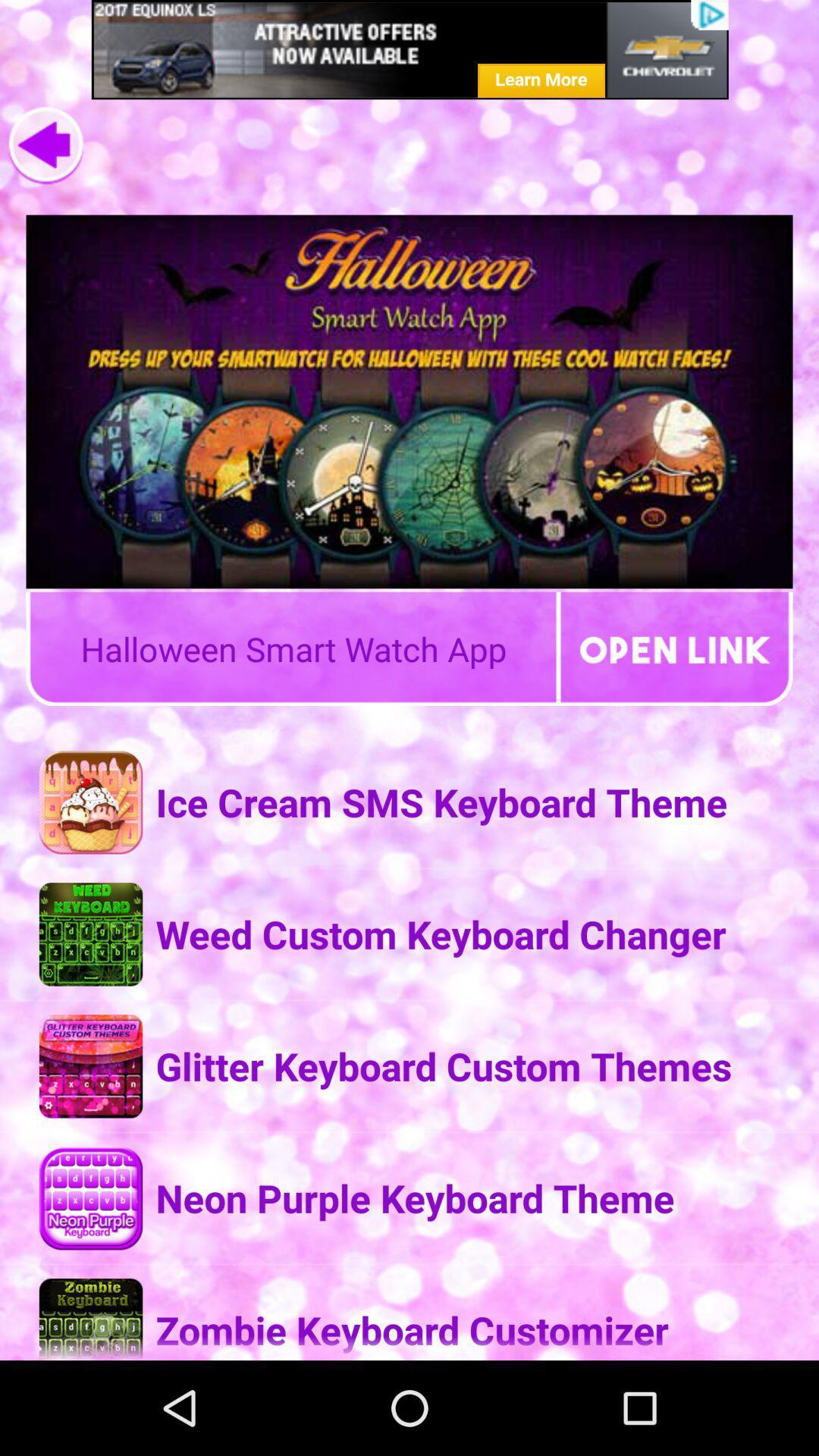 Image resolution: width=819 pixels, height=1456 pixels. Describe the element at coordinates (45, 146) in the screenshot. I see `the arrow_backward icon` at that location.